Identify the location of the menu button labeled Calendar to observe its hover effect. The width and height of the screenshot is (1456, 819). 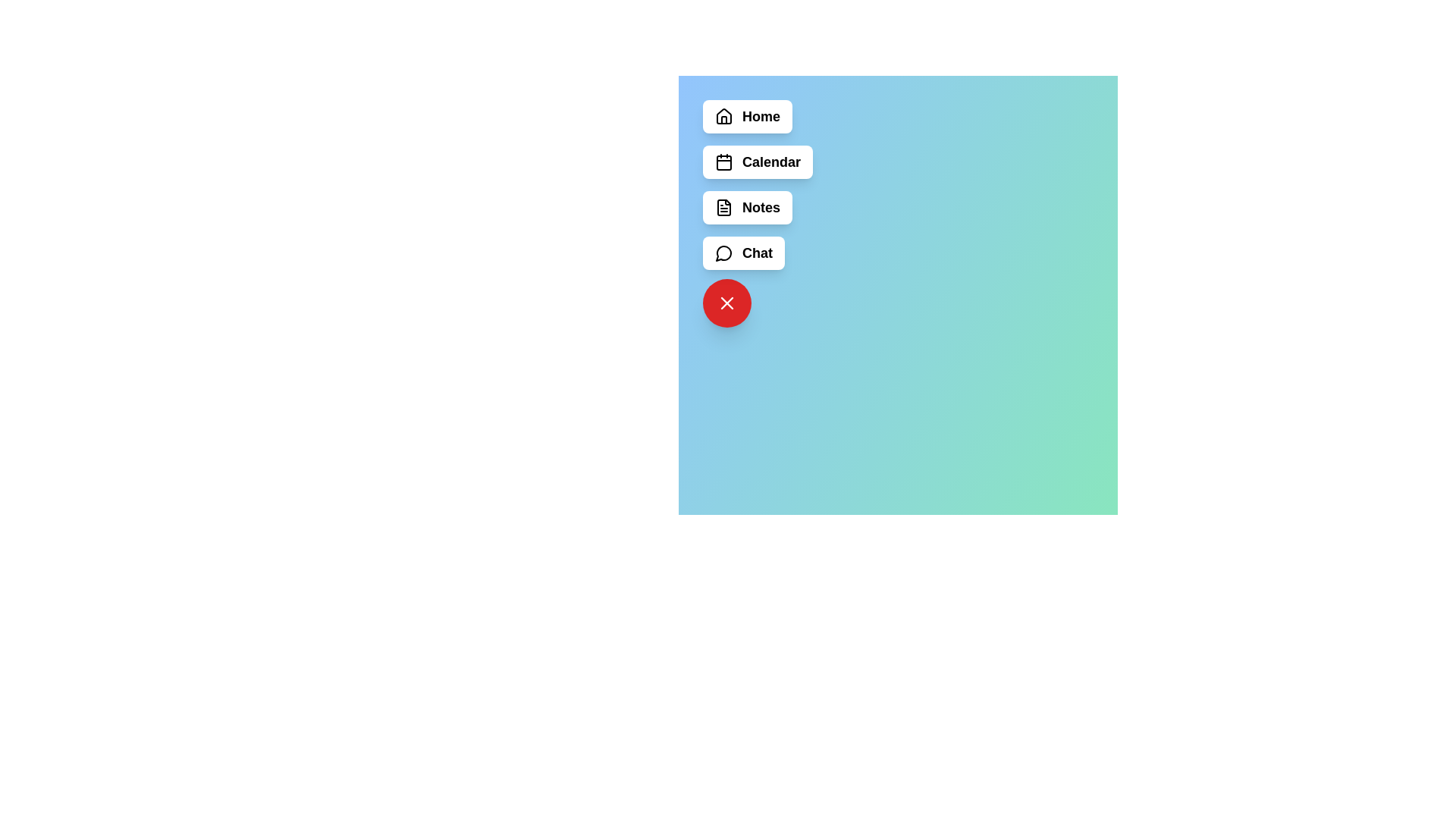
(758, 162).